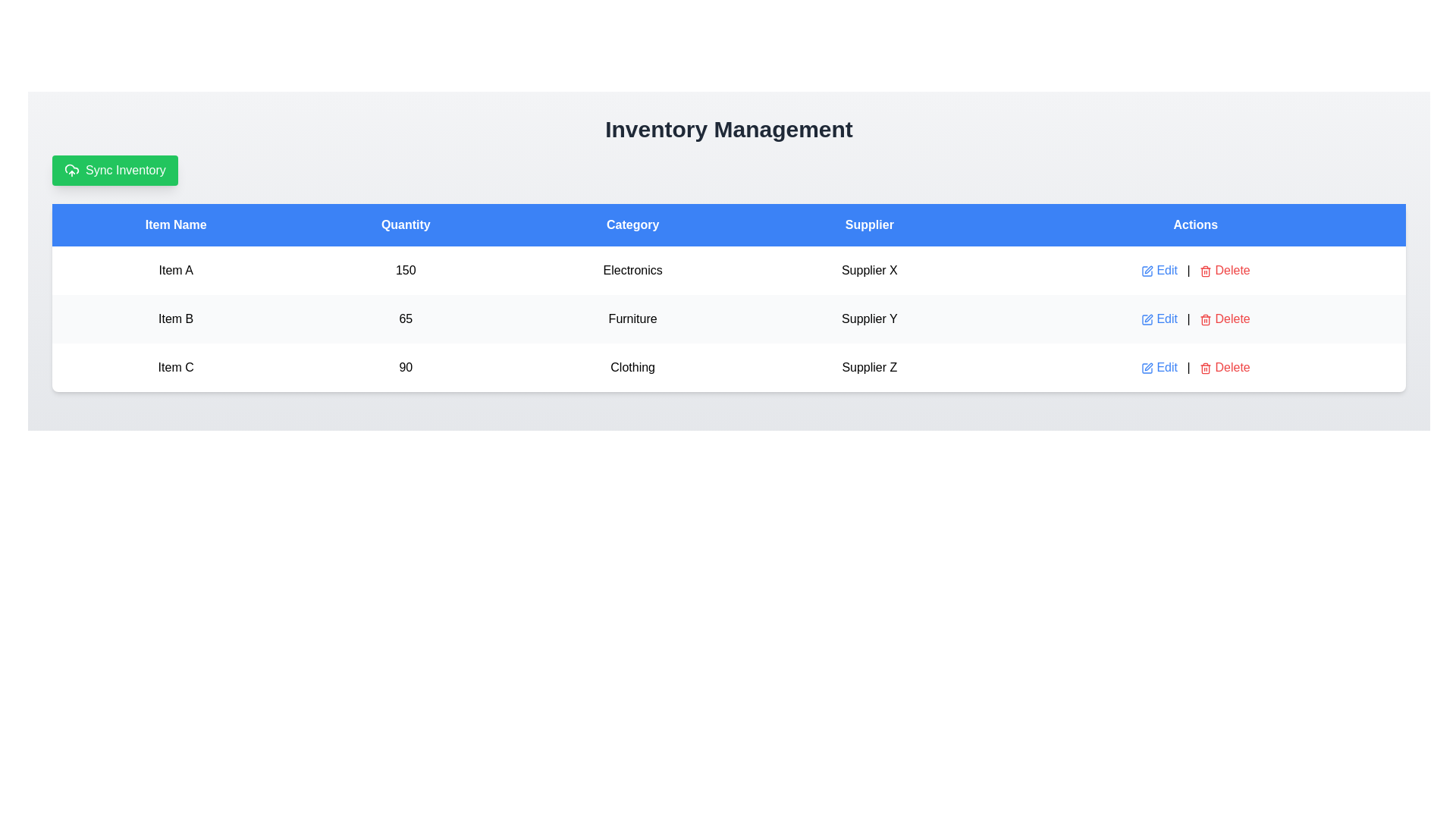  I want to click on the Text Display showing the quantity value for 'Item B' in the second row under the 'Quantity' column, so click(406, 318).